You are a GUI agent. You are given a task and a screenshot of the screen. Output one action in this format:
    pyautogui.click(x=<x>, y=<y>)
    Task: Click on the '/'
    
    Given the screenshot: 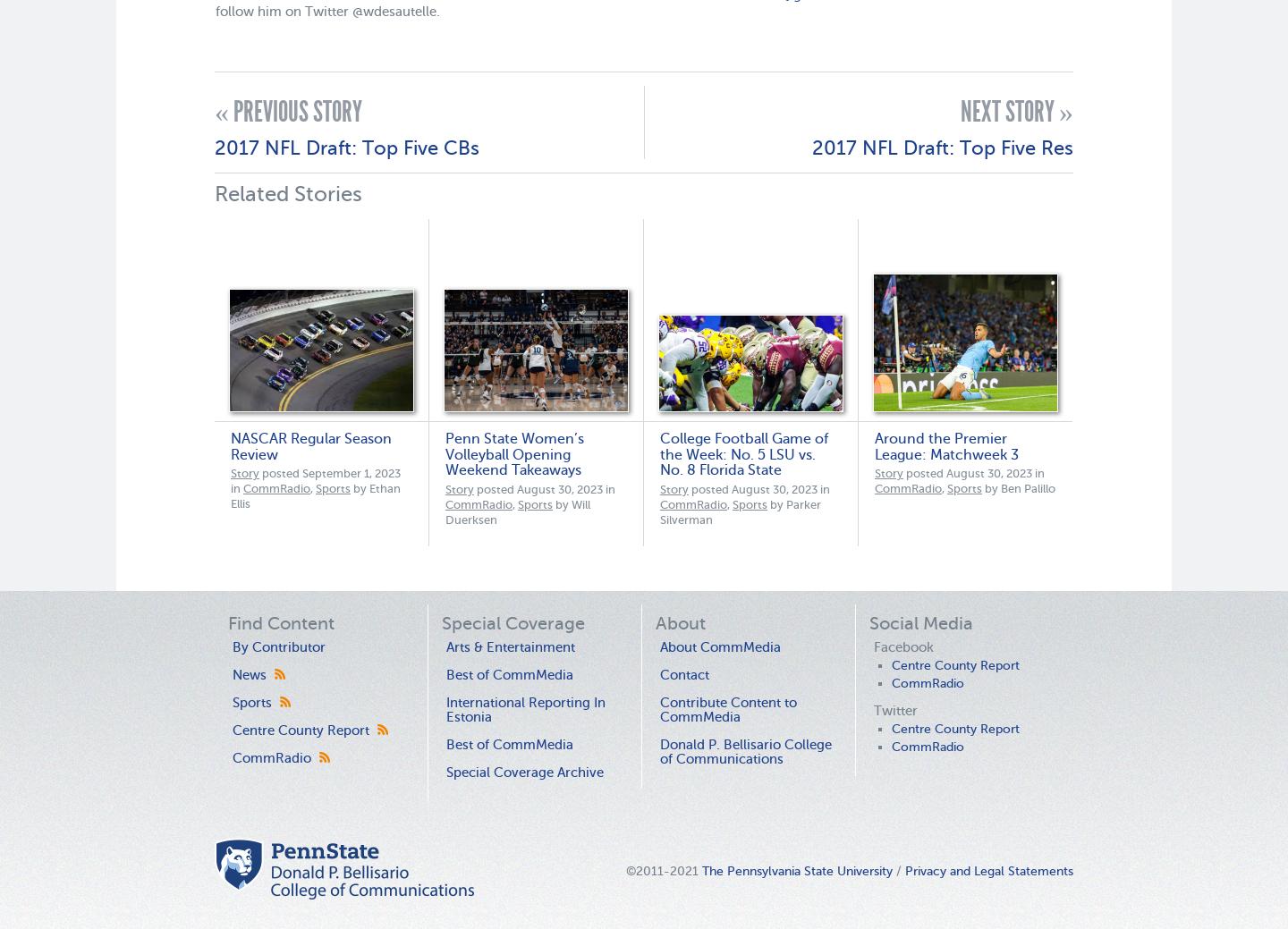 What is the action you would take?
    pyautogui.click(x=897, y=871)
    